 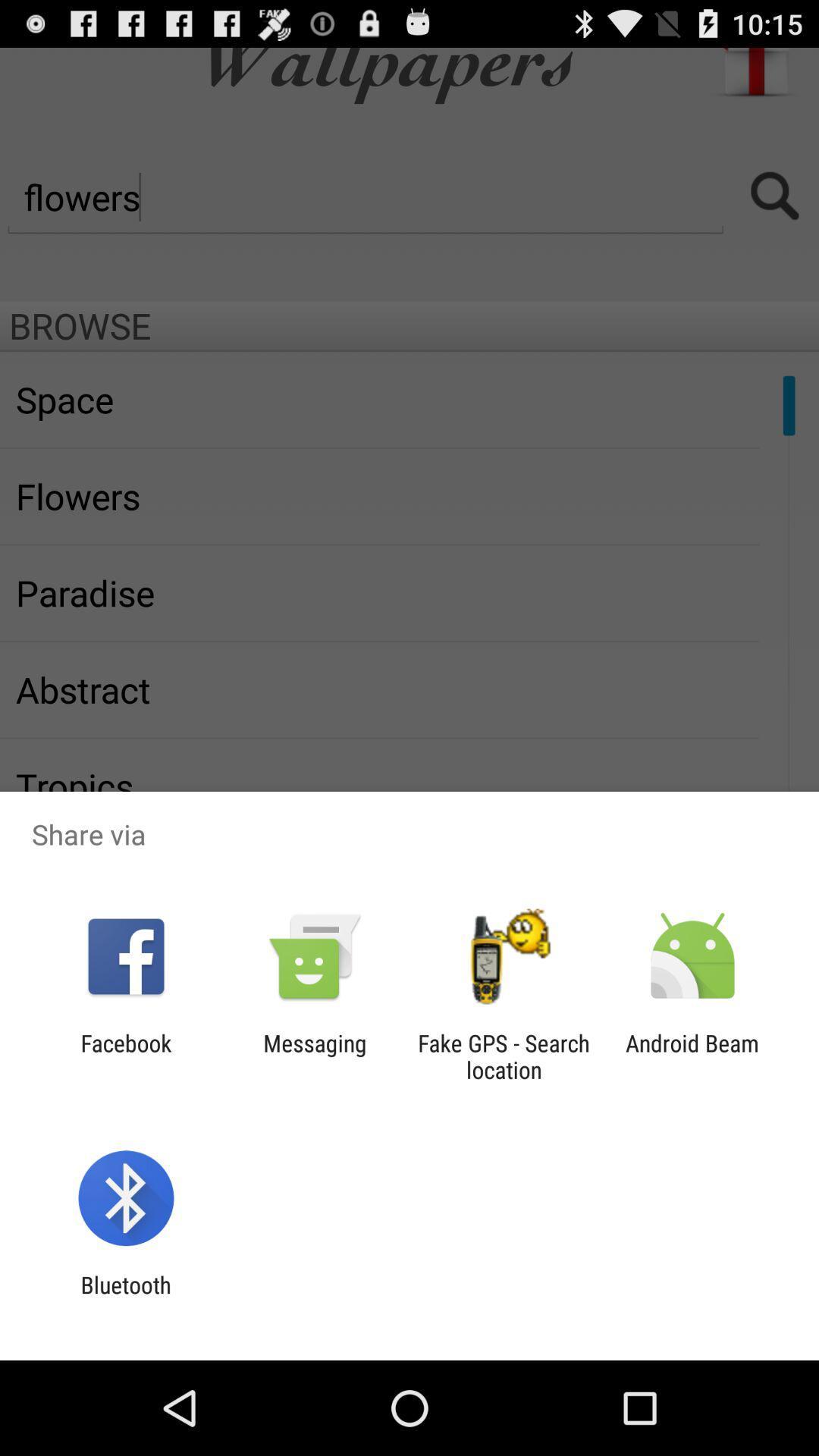 I want to click on bluetooth item, so click(x=125, y=1298).